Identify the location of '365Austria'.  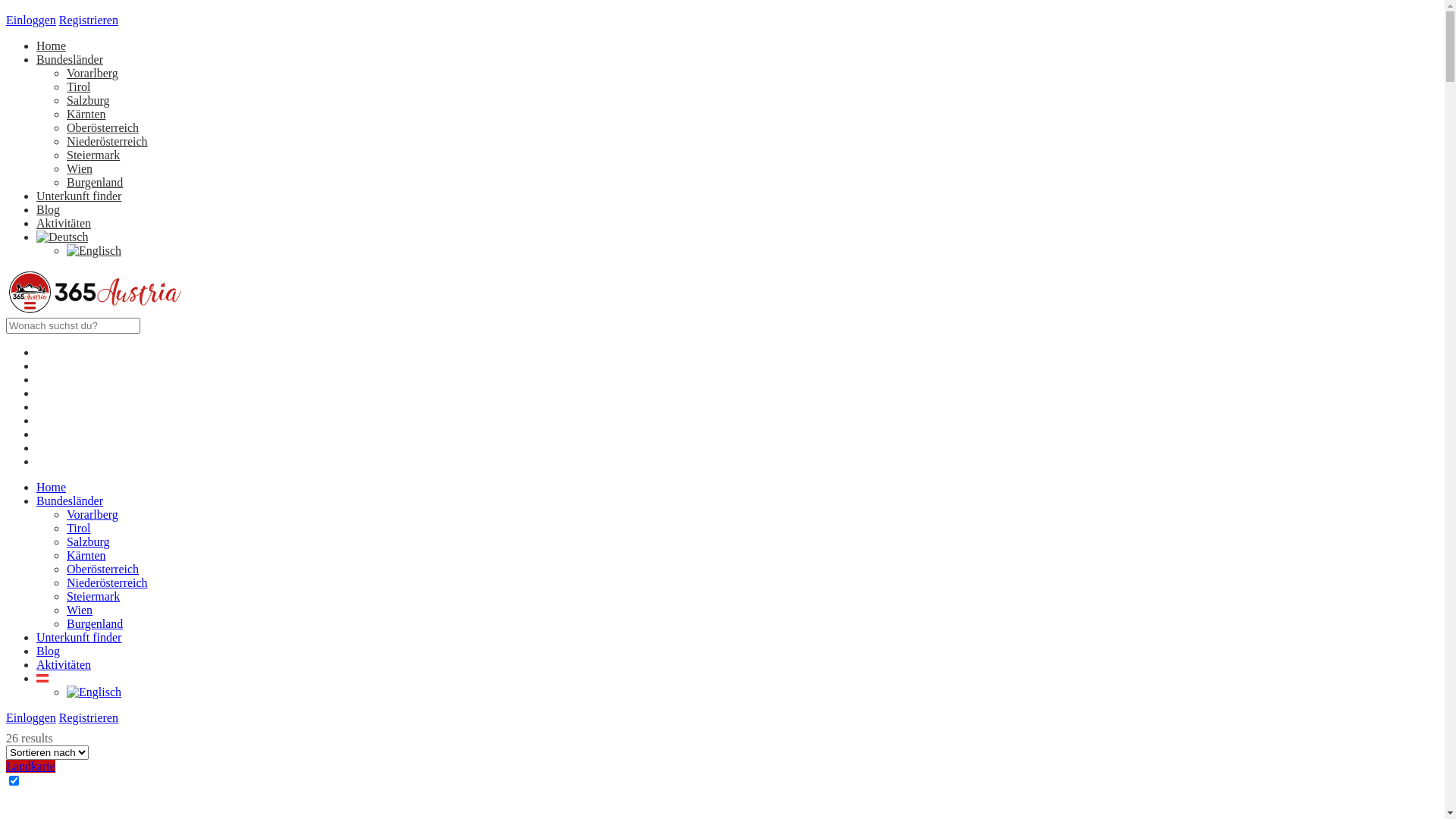
(94, 309).